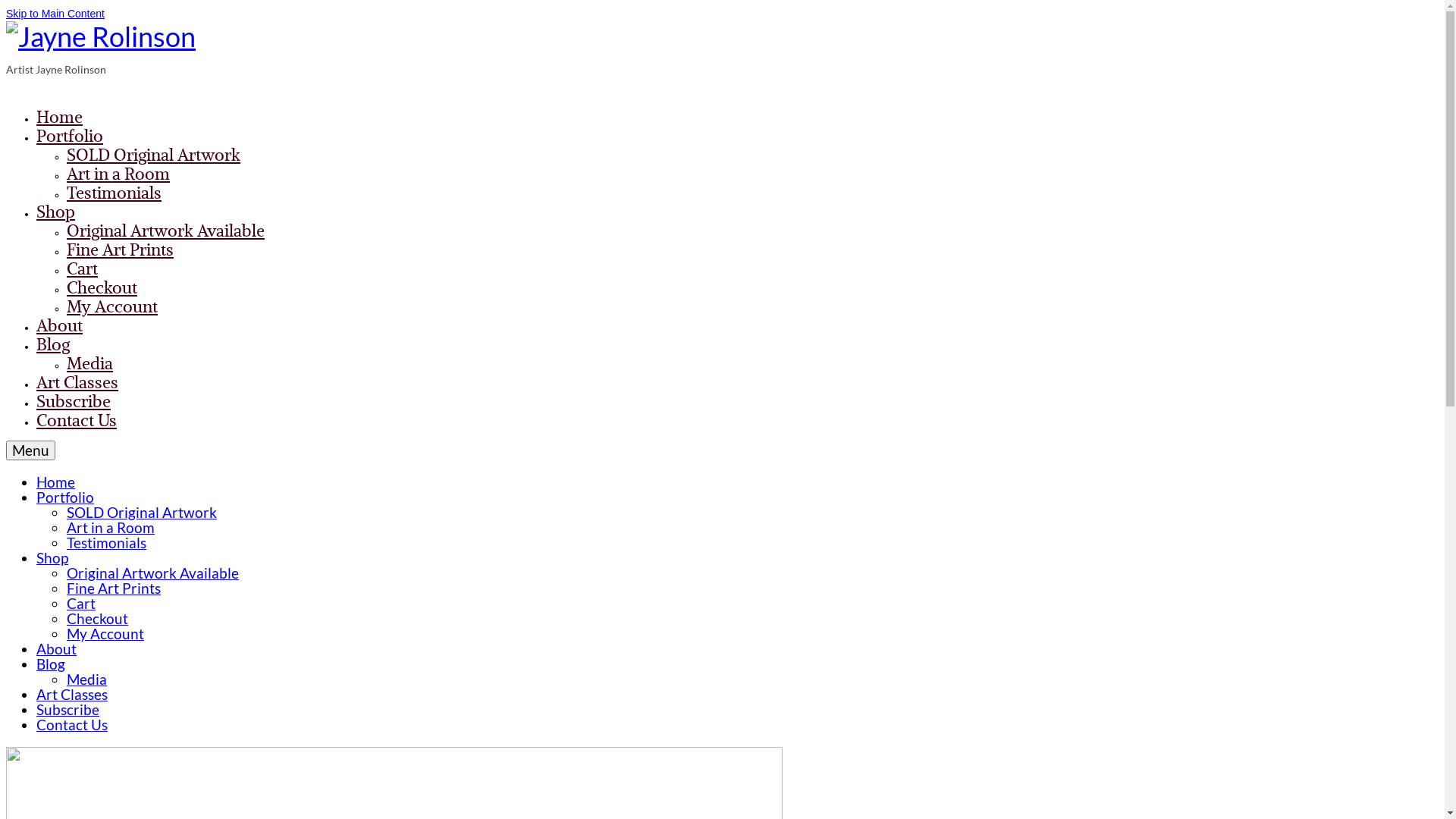  Describe the element at coordinates (72, 400) in the screenshot. I see `'Subscribe'` at that location.